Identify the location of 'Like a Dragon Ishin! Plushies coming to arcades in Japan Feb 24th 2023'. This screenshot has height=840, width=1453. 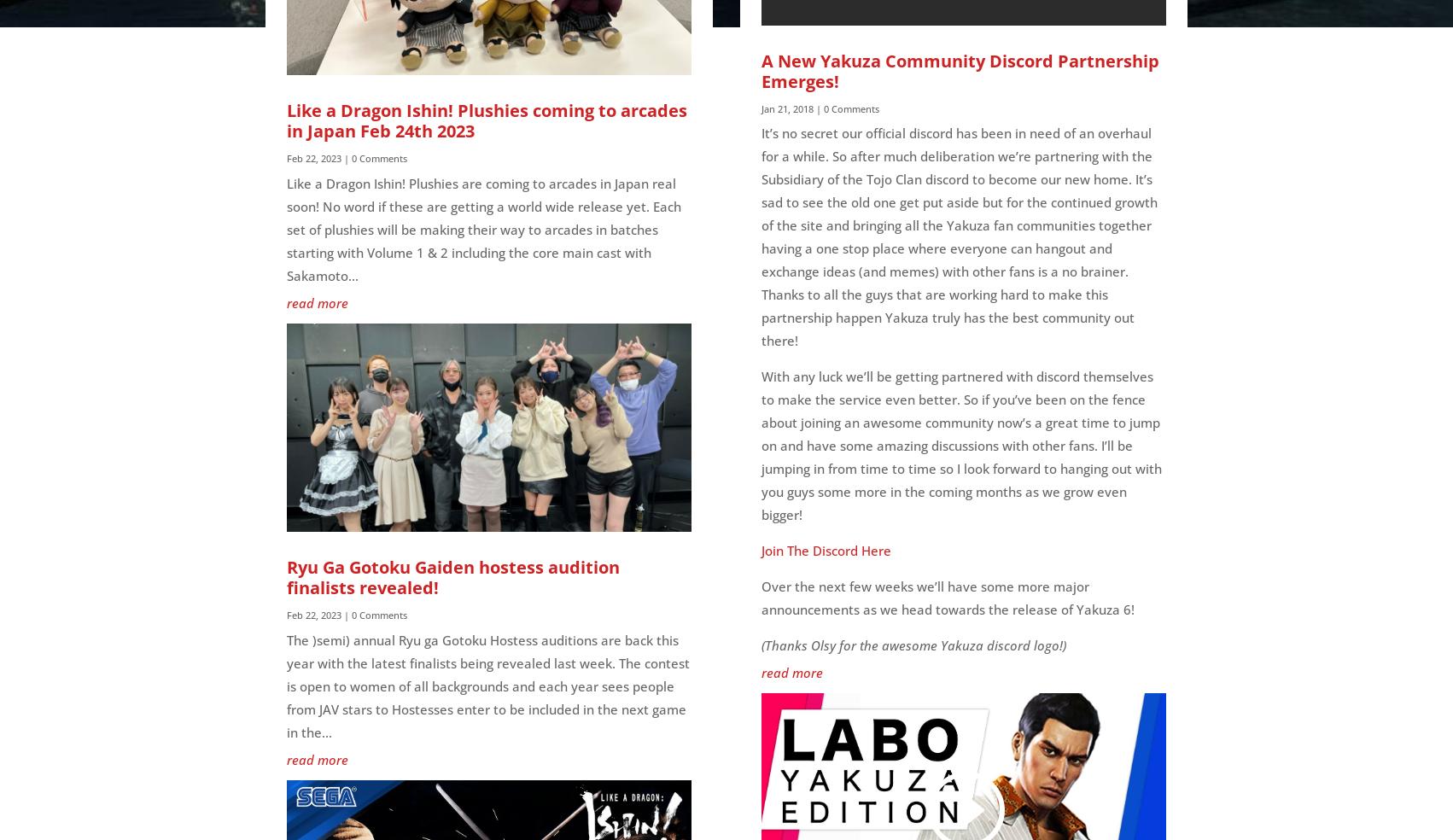
(487, 120).